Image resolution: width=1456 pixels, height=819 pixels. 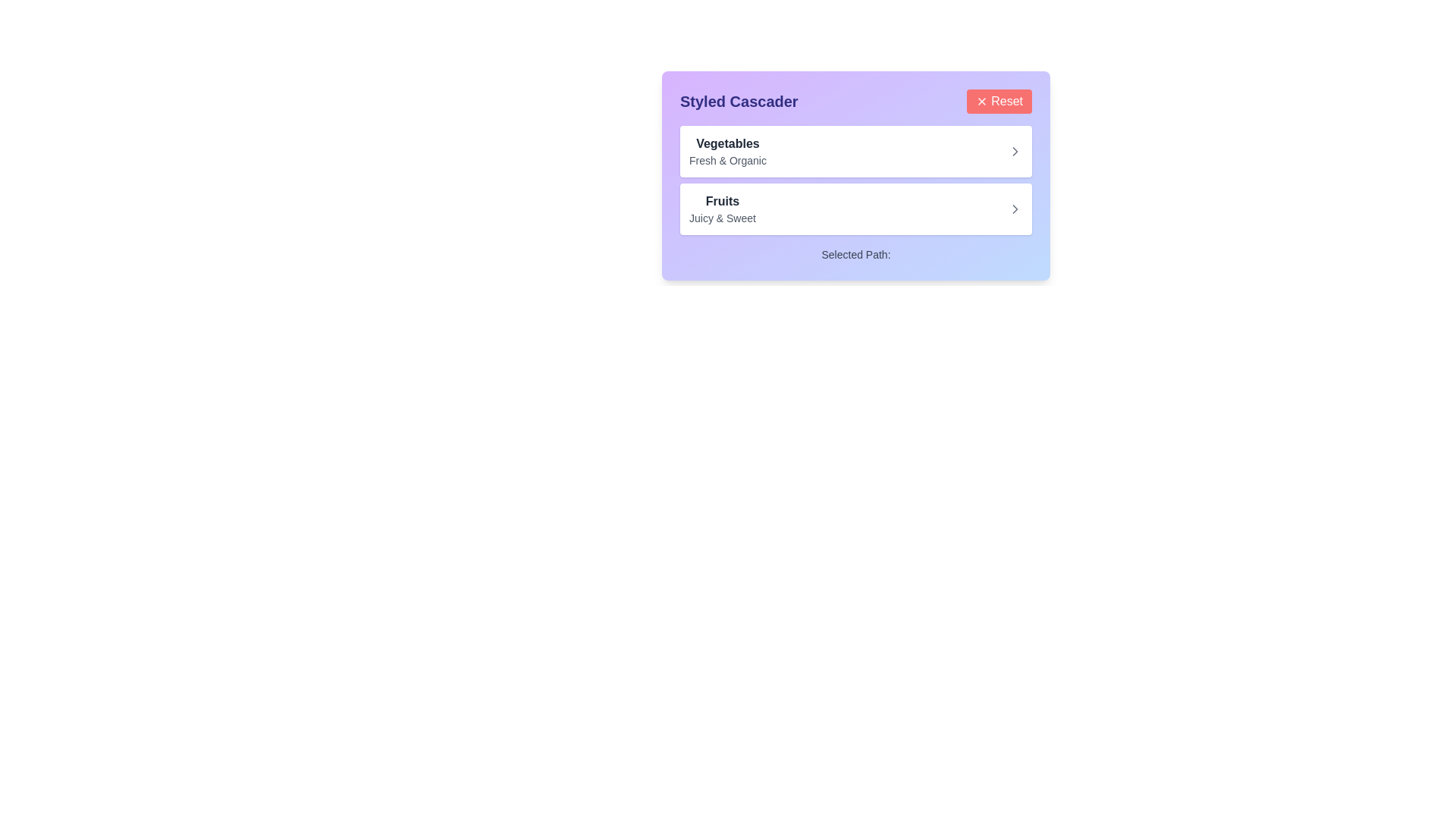 What do you see at coordinates (1015, 209) in the screenshot?
I see `the rightward-pointing chevron arrow icon located within the 'Fruits' entry` at bounding box center [1015, 209].